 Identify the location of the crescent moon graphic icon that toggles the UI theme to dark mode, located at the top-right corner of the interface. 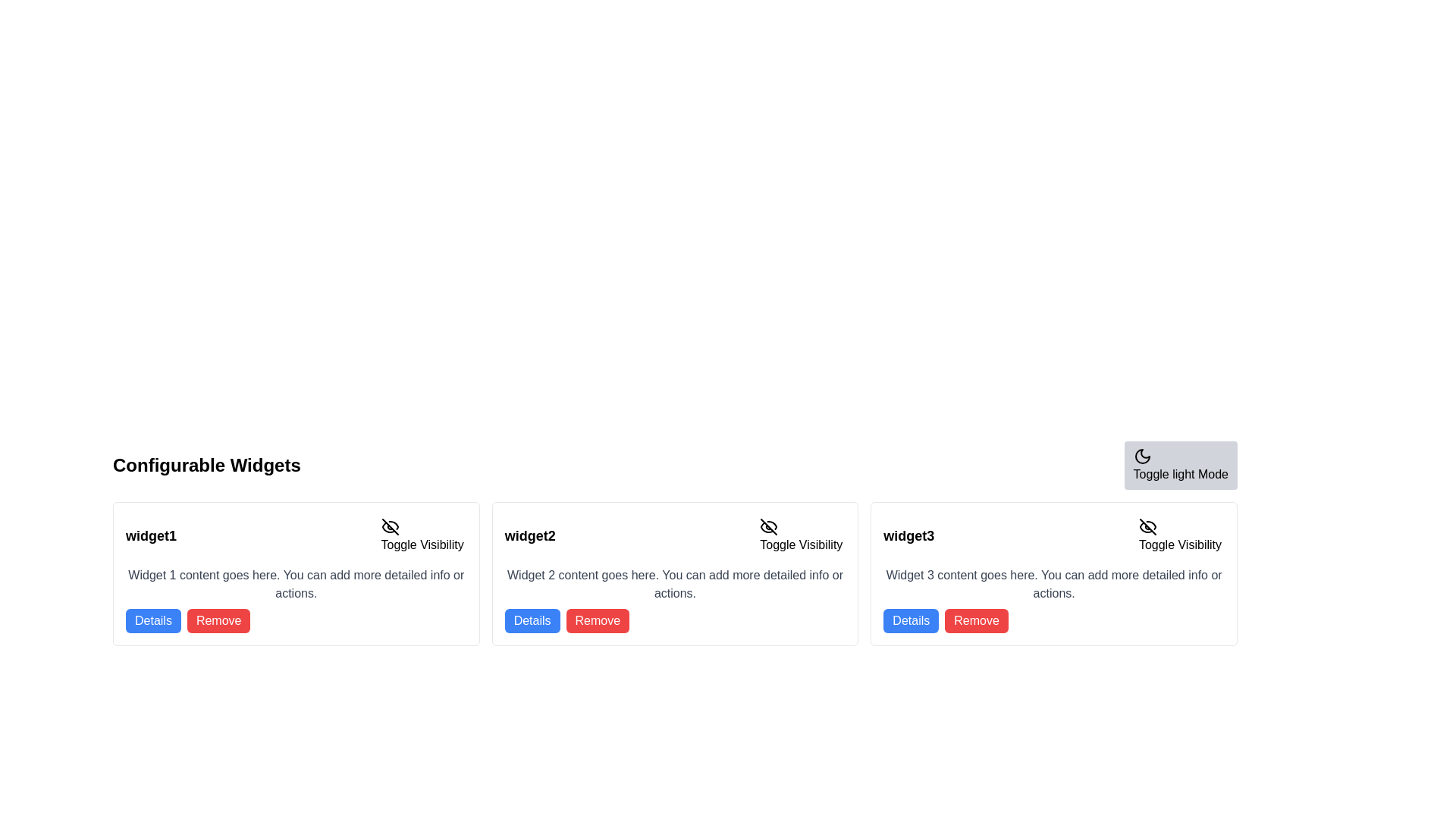
(1142, 455).